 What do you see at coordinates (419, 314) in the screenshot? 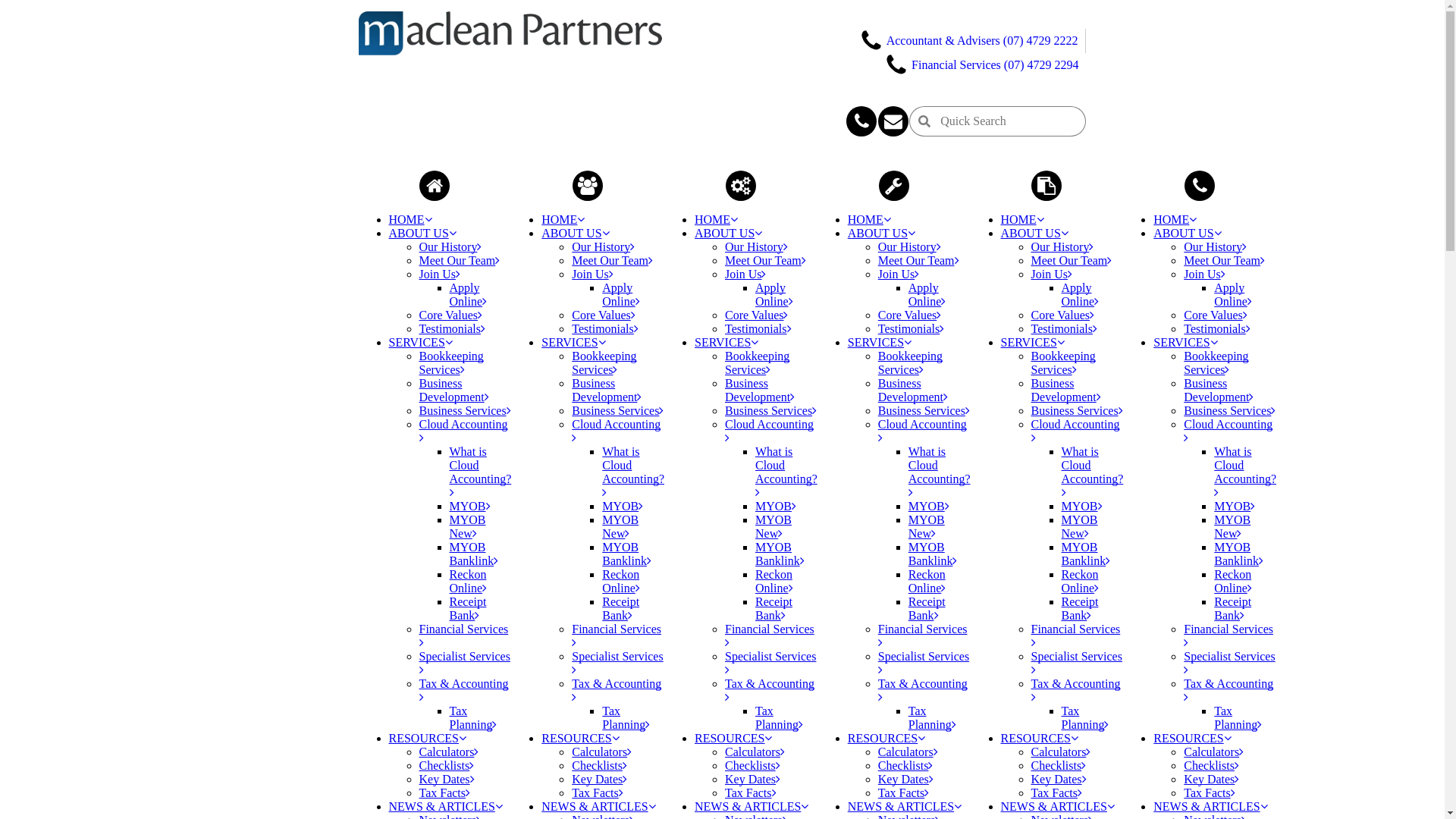
I see `'Core Values'` at bounding box center [419, 314].